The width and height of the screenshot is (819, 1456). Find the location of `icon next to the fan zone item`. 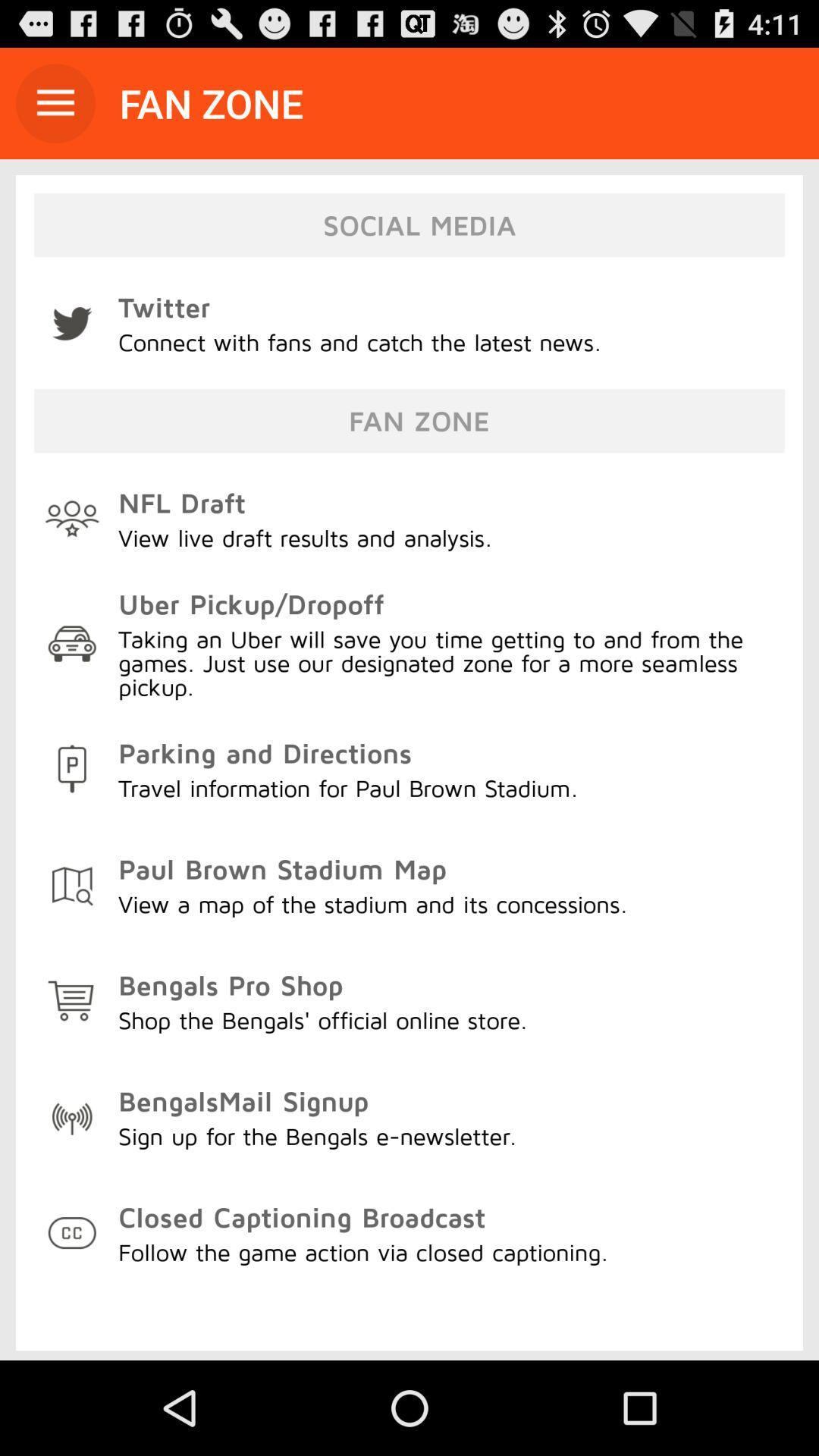

icon next to the fan zone item is located at coordinates (55, 102).